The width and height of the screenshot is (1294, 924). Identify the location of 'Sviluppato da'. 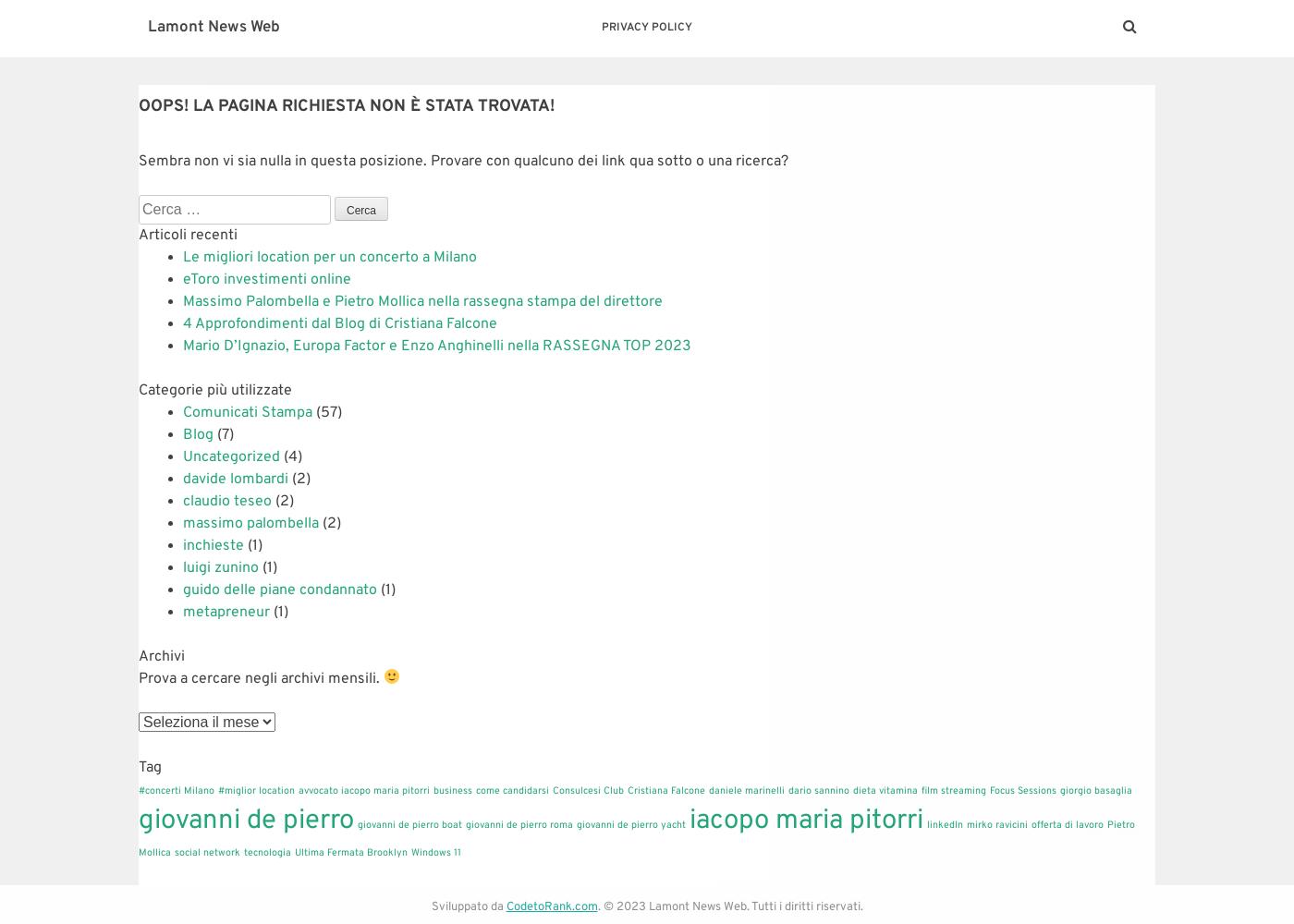
(468, 906).